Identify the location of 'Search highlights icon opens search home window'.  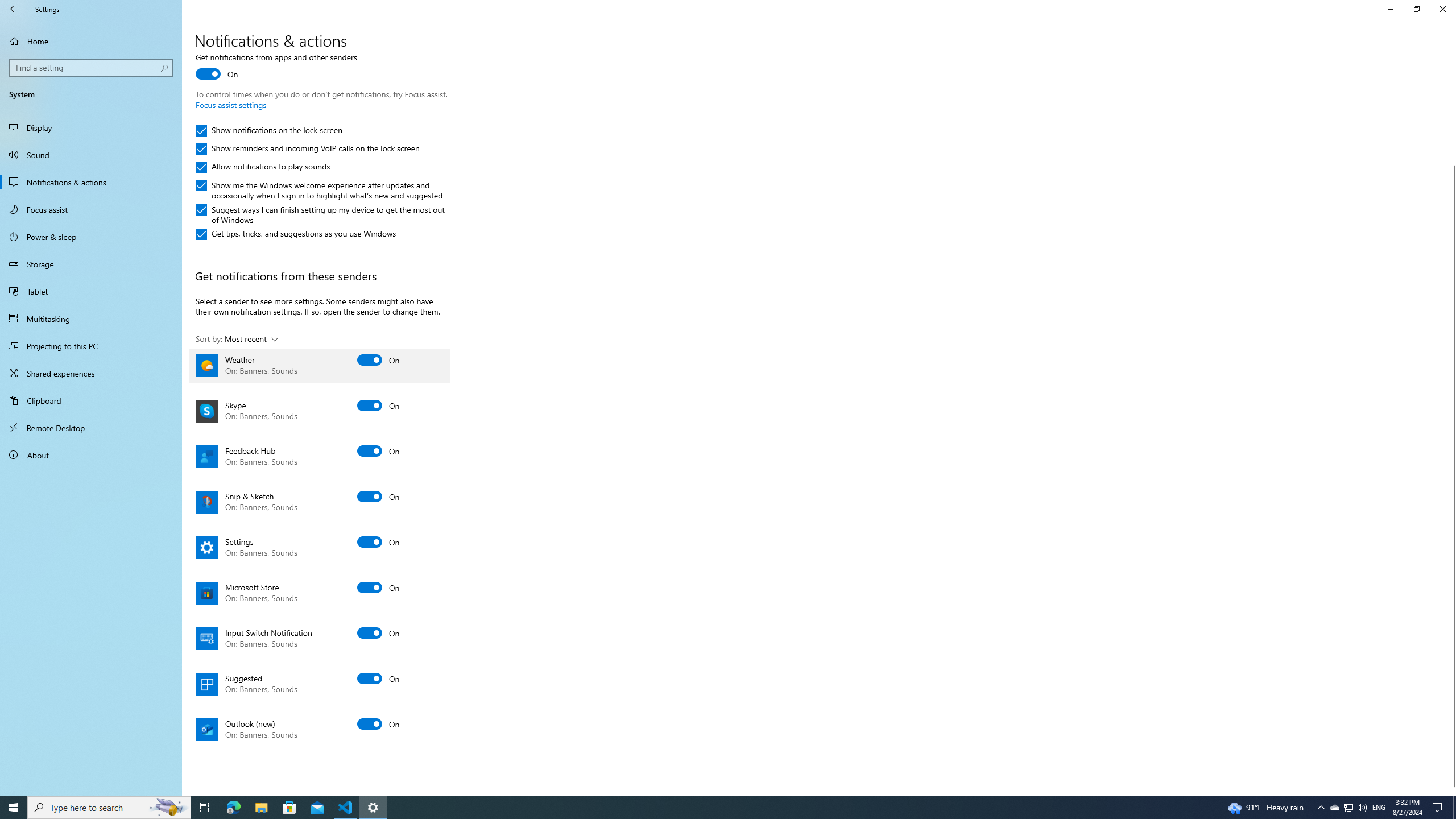
(167, 806).